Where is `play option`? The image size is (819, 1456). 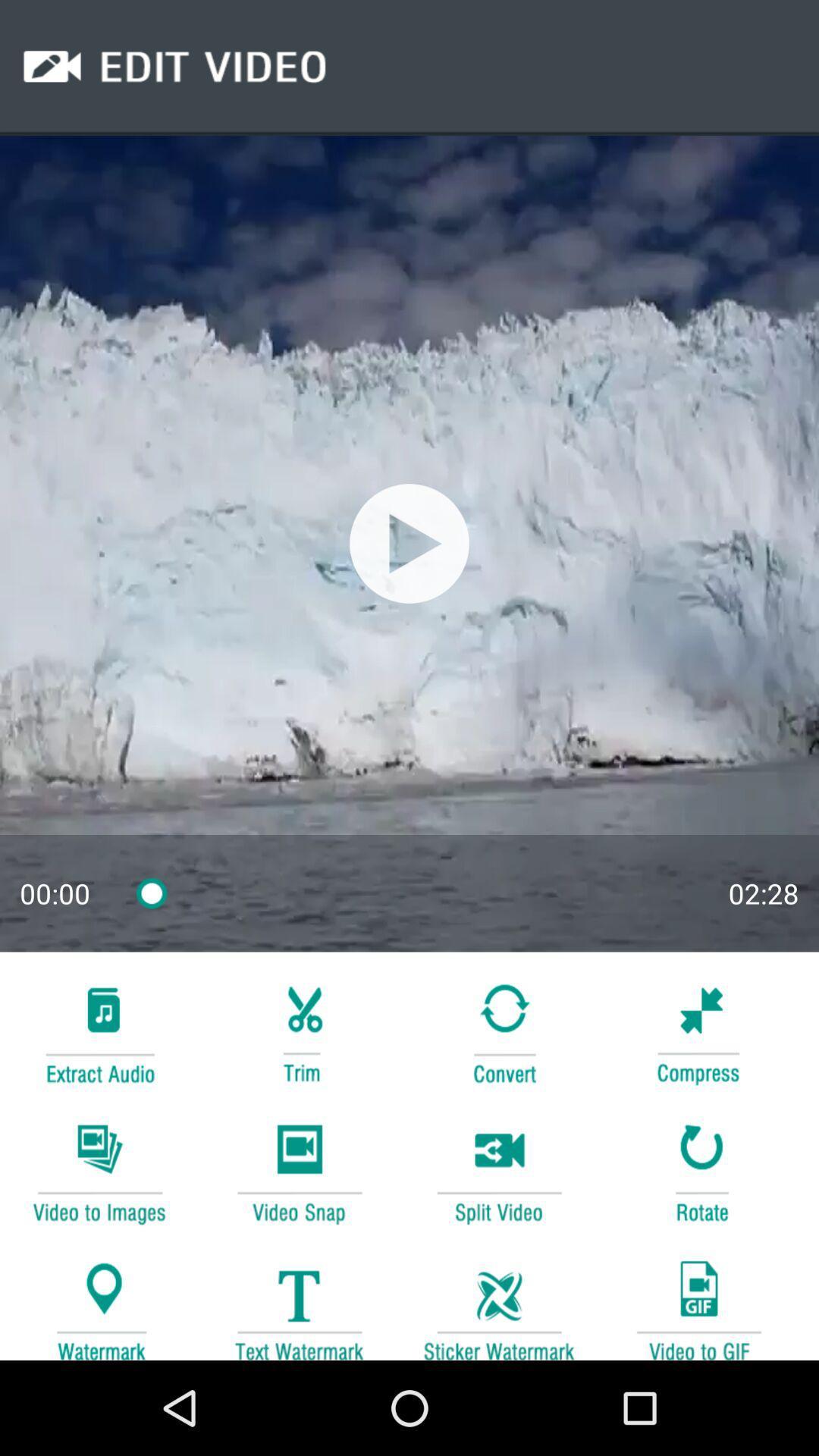 play option is located at coordinates (409, 543).